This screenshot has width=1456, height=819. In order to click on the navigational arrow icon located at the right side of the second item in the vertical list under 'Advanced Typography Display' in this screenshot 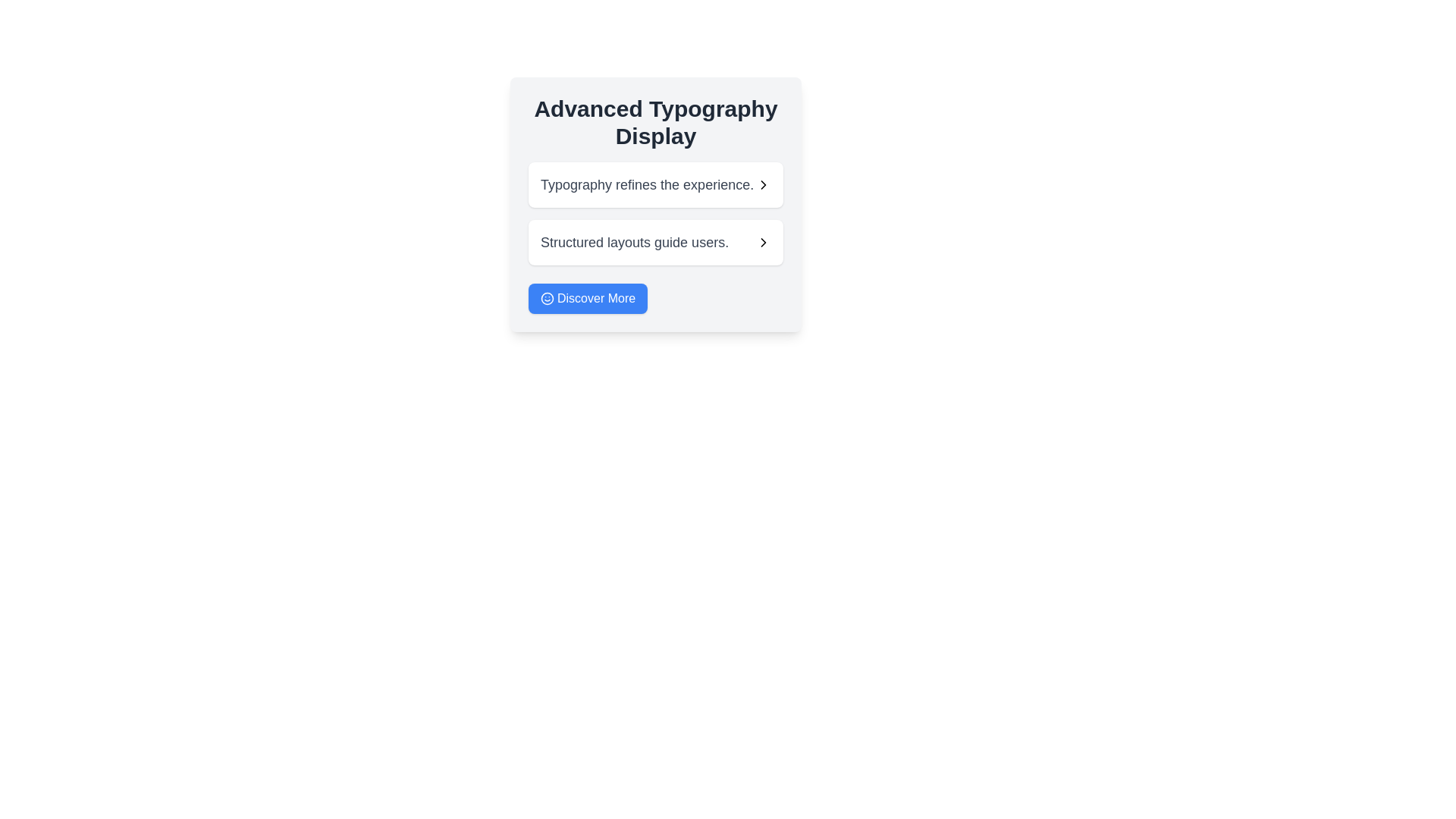, I will do `click(764, 184)`.